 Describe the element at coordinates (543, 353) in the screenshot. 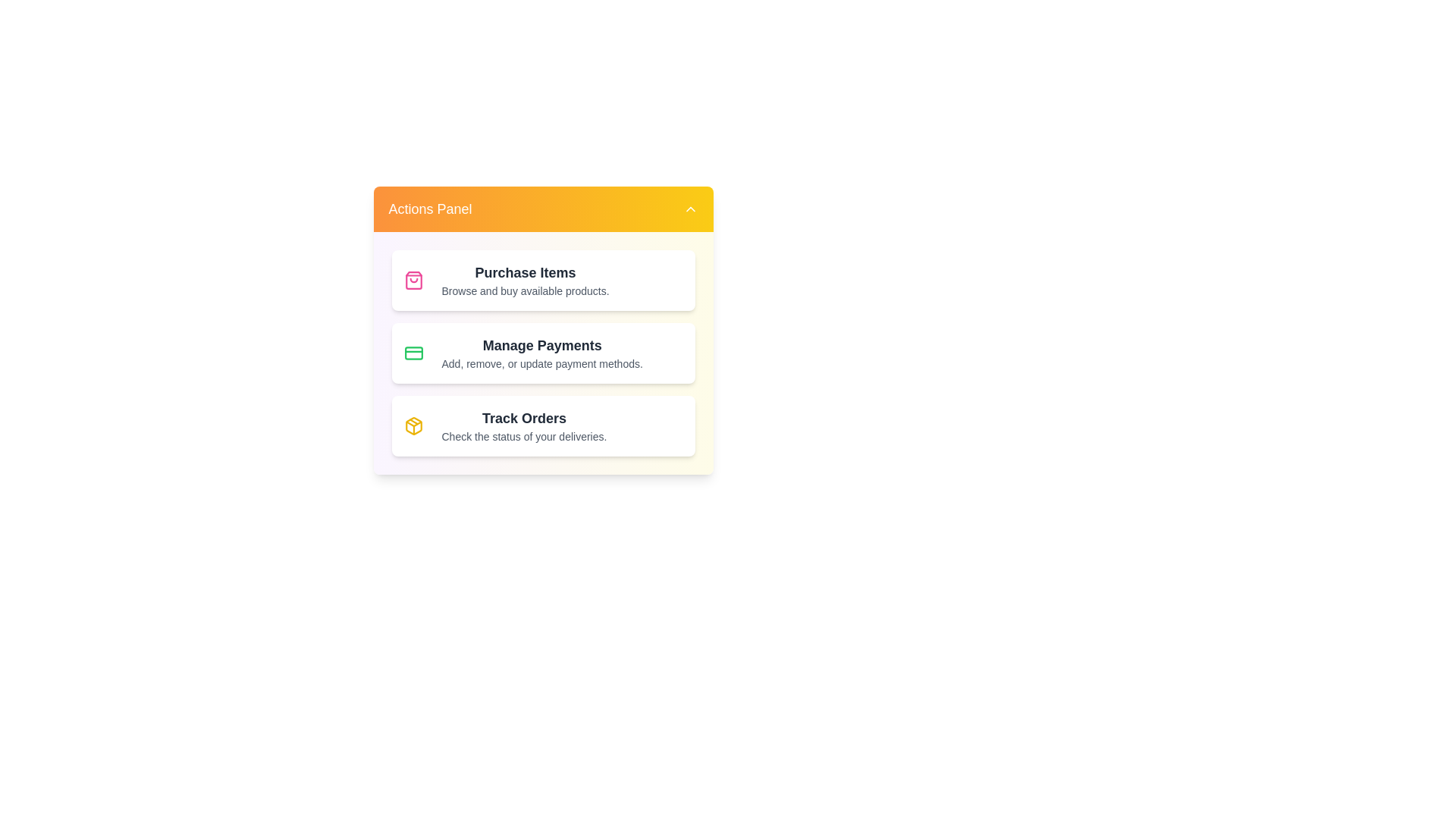

I see `the Manage Payments element to observe the hover effect` at that location.